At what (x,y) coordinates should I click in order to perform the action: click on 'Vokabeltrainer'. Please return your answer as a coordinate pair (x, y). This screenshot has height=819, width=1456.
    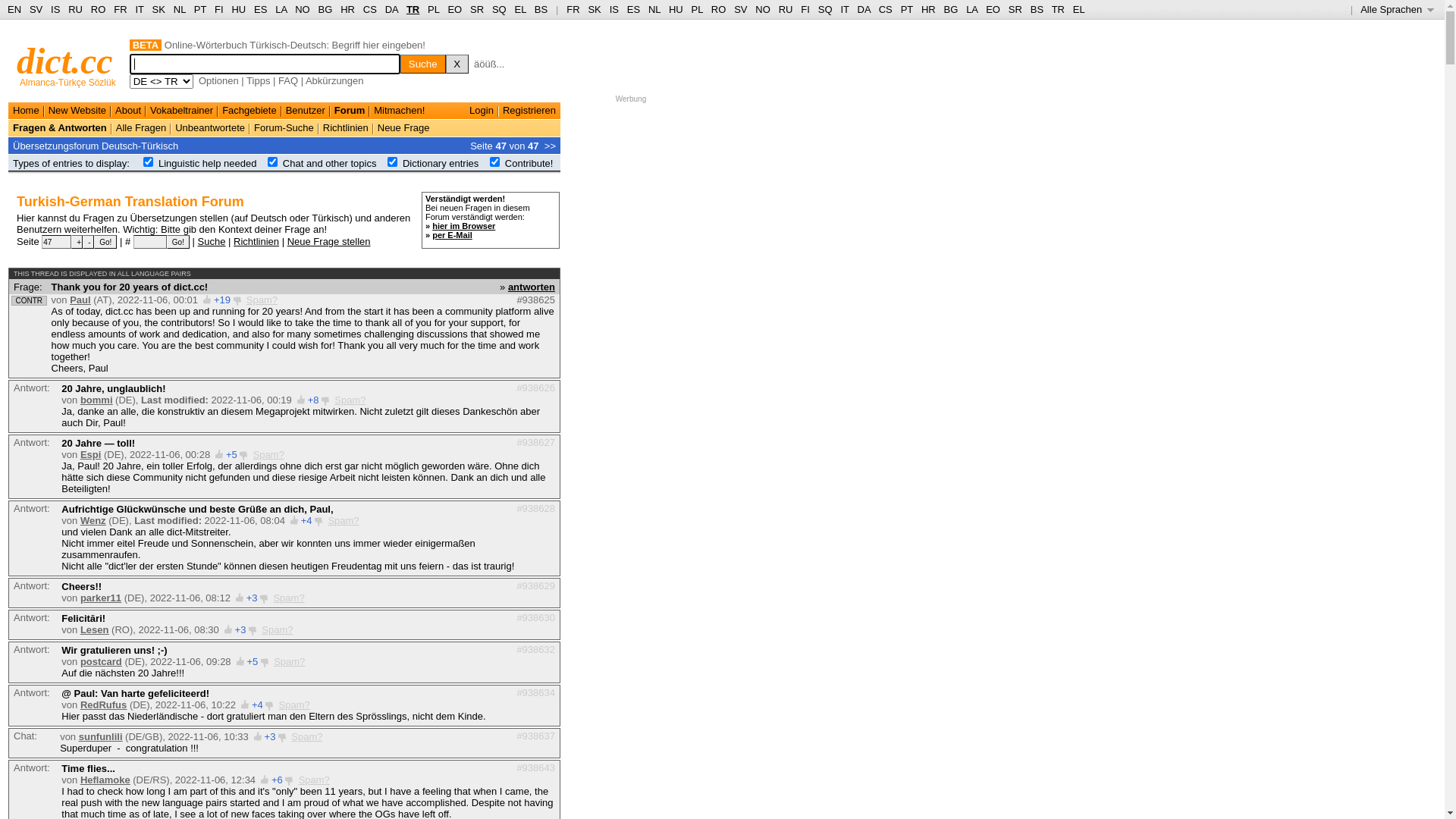
    Looking at the image, I should click on (181, 109).